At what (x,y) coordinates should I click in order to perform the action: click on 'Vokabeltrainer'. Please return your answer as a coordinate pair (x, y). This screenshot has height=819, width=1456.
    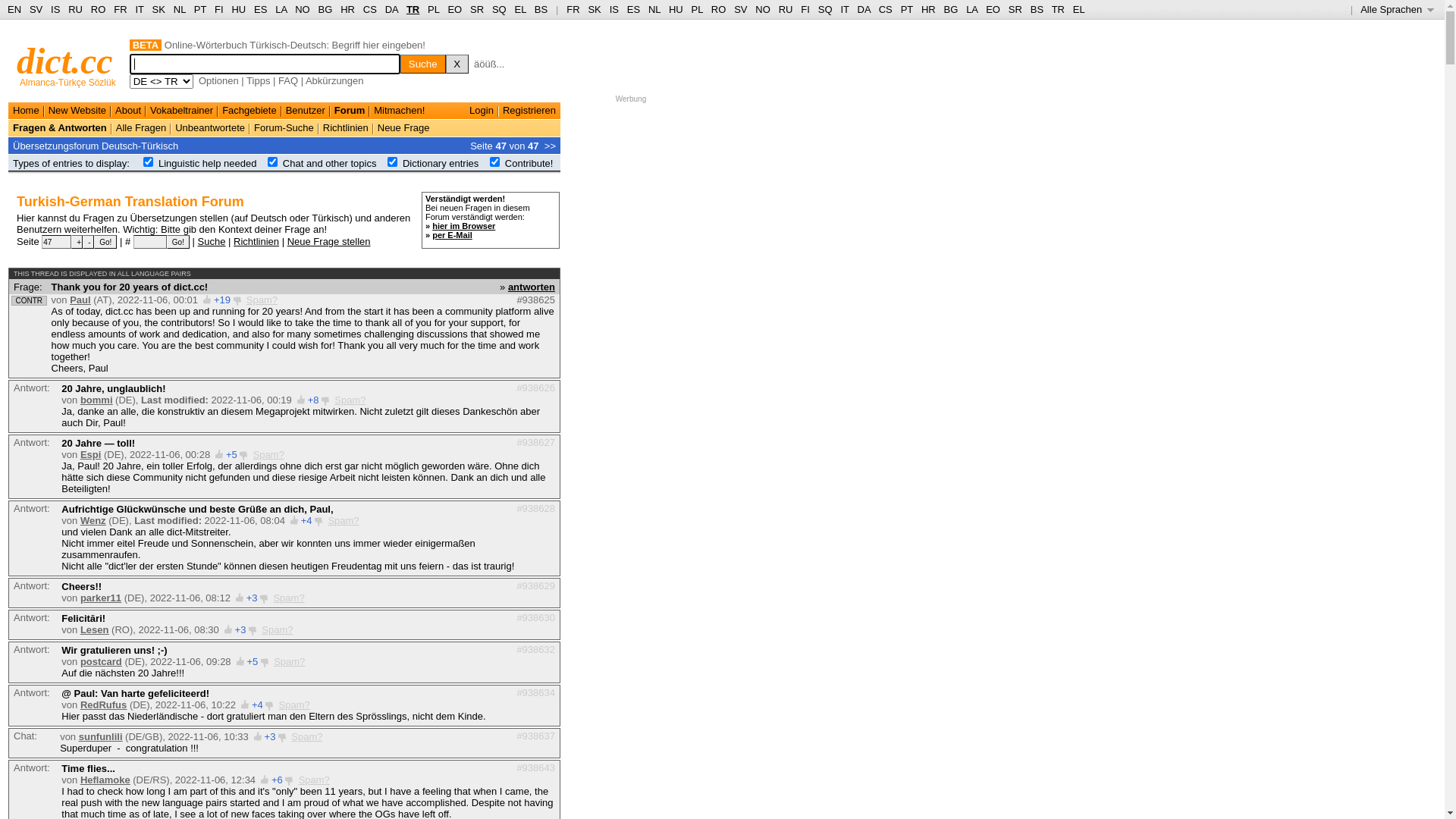
    Looking at the image, I should click on (181, 109).